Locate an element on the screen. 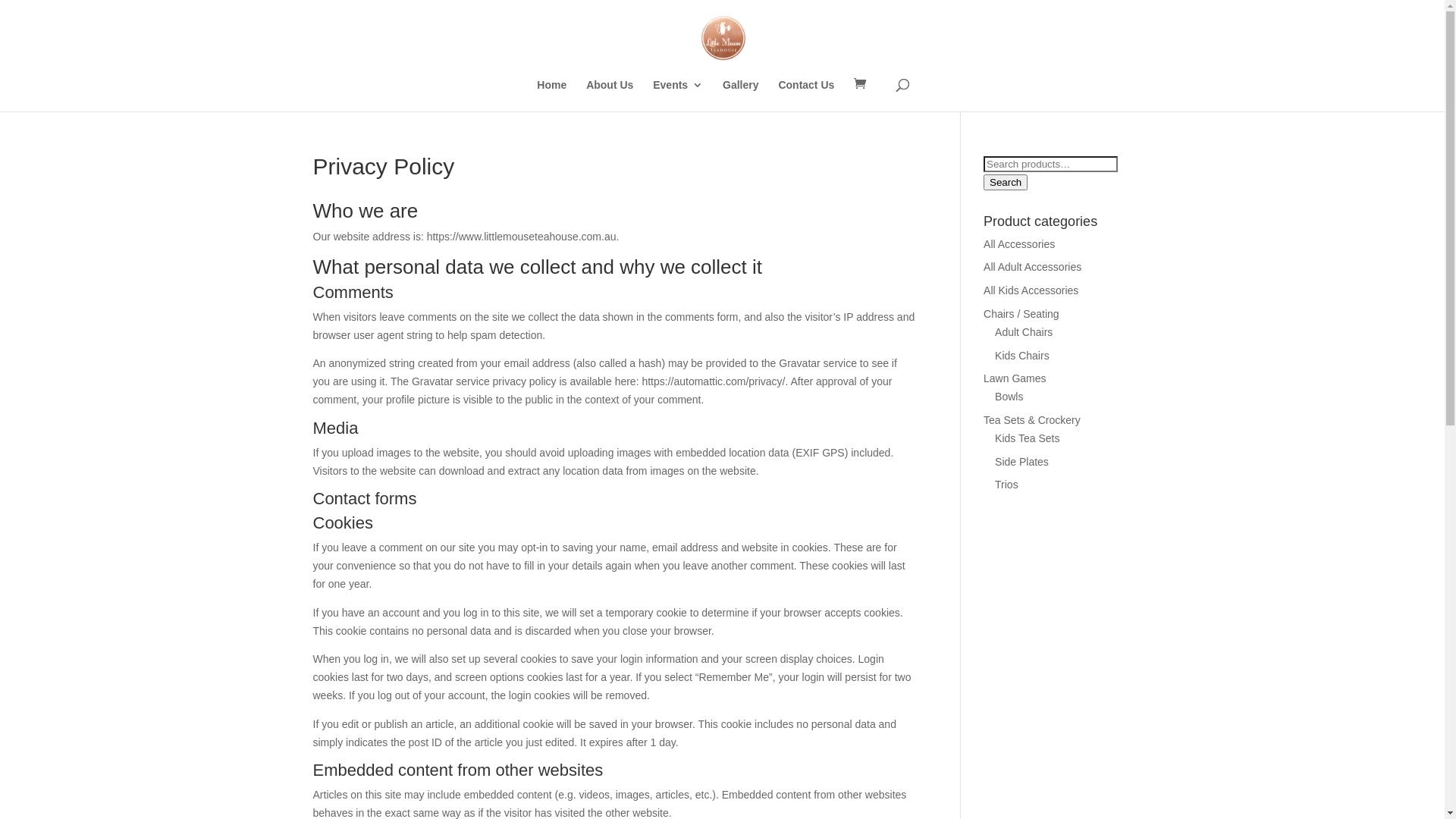 The width and height of the screenshot is (1456, 819). 'All Adult Accessories' is located at coordinates (983, 265).